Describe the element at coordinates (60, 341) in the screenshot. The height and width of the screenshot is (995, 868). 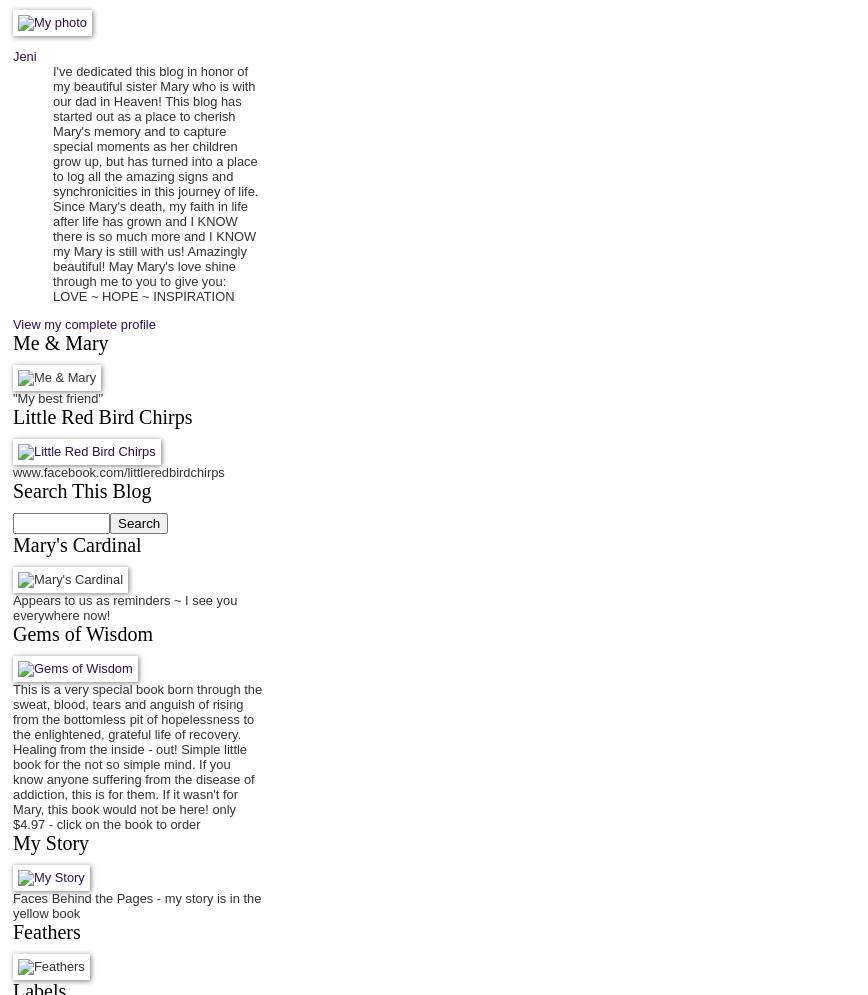
I see `'Me & Mary'` at that location.